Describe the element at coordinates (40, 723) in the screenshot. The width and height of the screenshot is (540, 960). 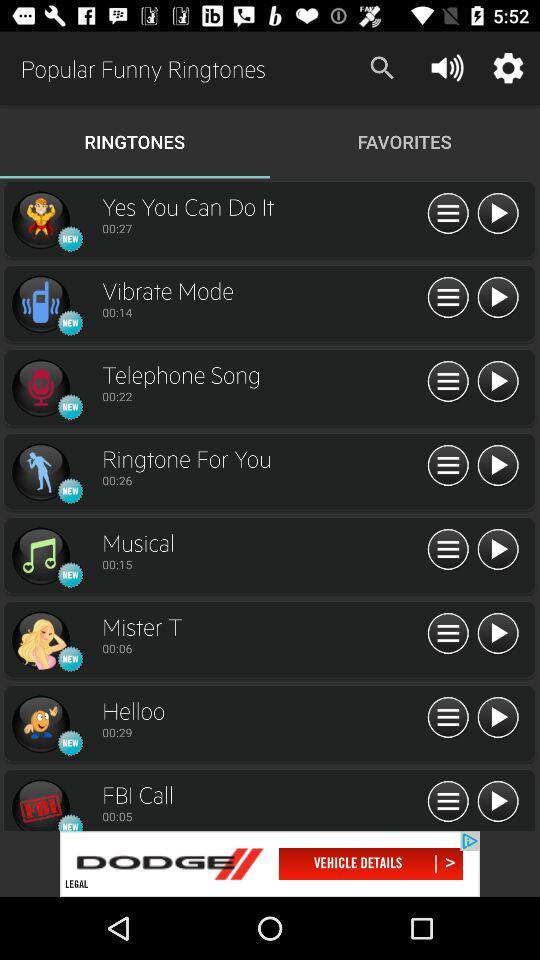
I see `icon of the ringtone` at that location.